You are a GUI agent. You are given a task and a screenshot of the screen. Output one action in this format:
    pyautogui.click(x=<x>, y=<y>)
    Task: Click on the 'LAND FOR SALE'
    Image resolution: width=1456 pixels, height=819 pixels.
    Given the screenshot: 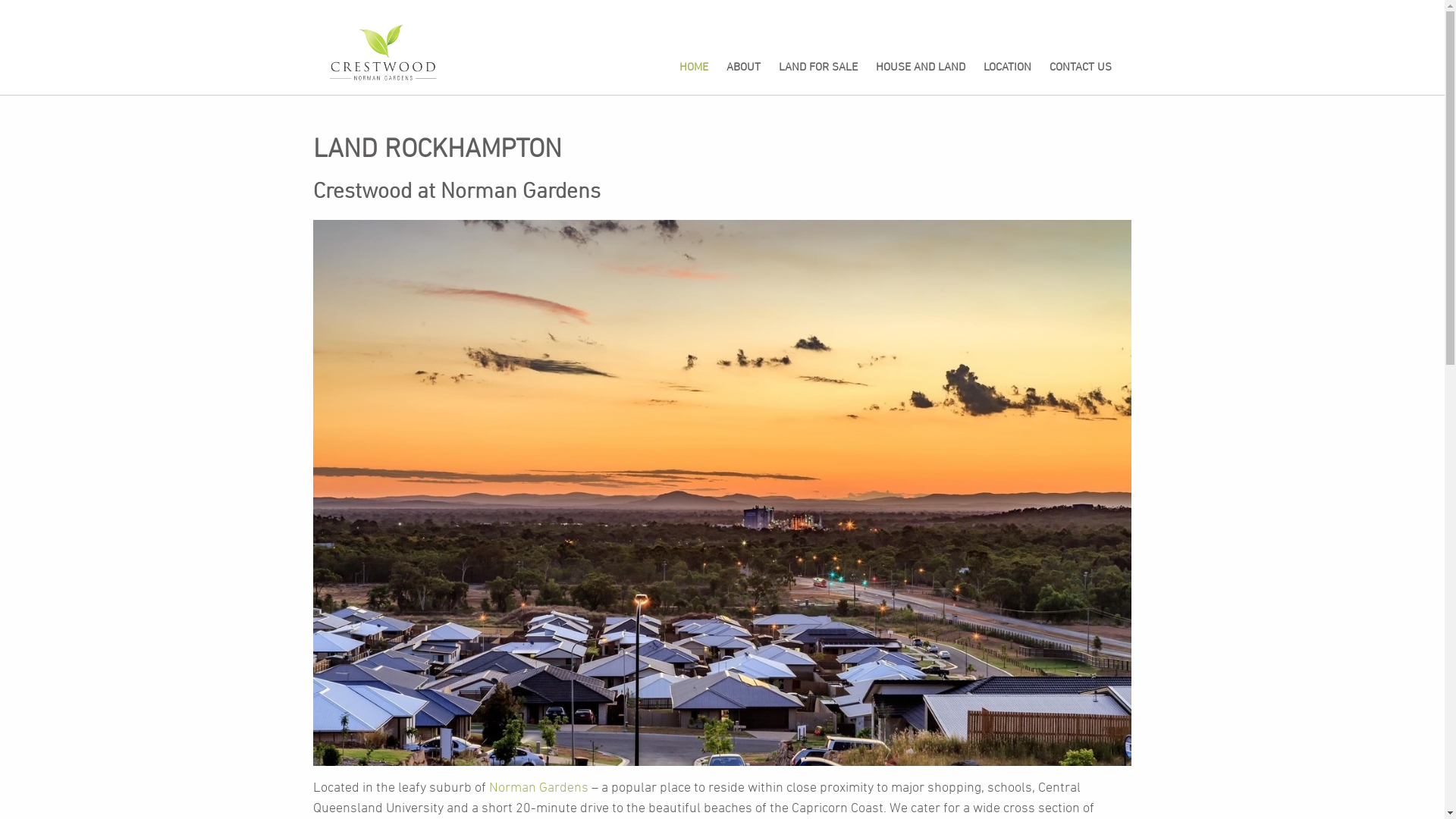 What is the action you would take?
    pyautogui.click(x=817, y=67)
    